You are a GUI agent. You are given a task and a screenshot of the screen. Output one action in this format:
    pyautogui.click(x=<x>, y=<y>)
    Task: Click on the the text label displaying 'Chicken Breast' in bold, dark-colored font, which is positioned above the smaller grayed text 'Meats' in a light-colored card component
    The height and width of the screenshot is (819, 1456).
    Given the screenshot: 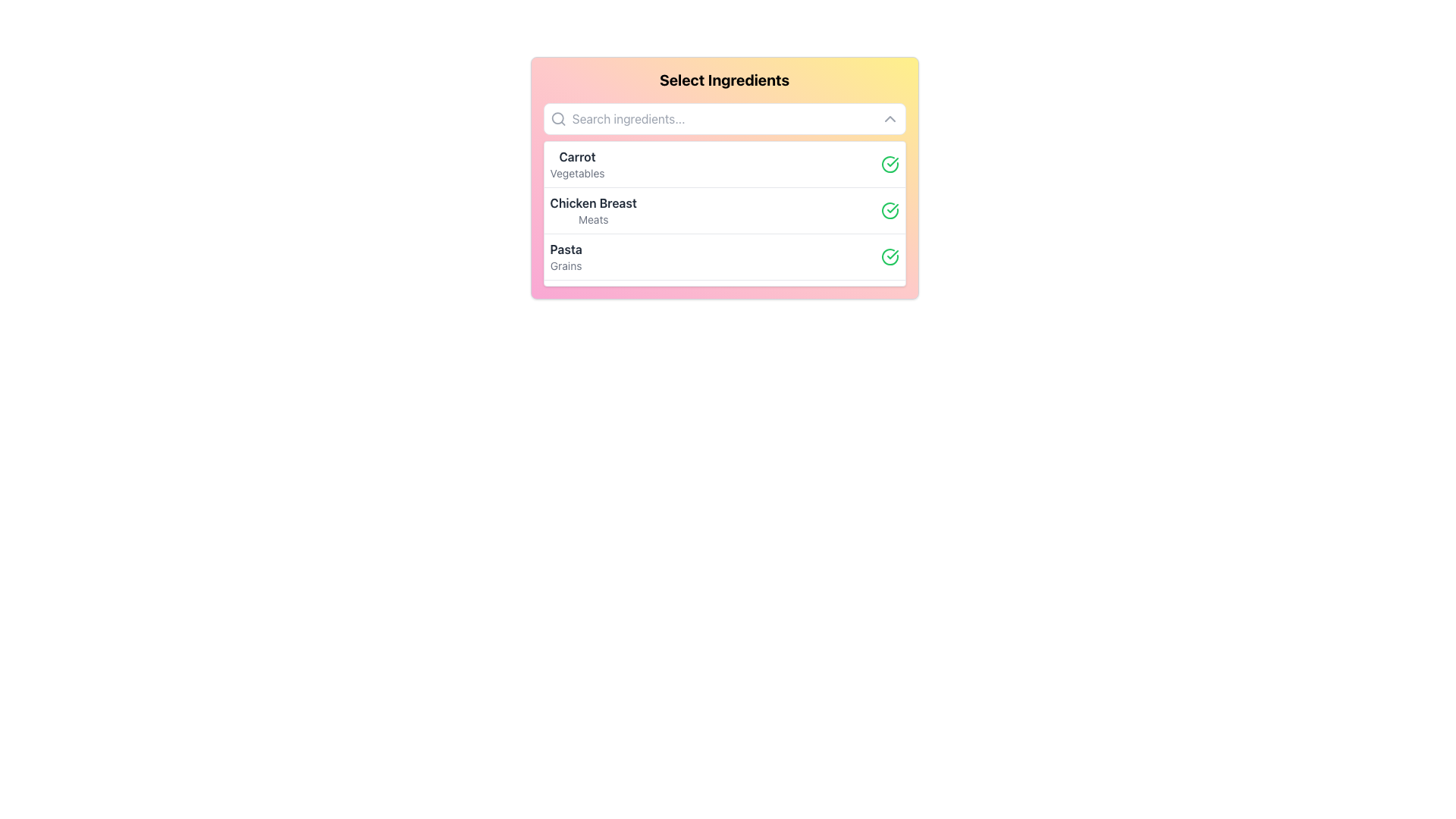 What is the action you would take?
    pyautogui.click(x=592, y=202)
    